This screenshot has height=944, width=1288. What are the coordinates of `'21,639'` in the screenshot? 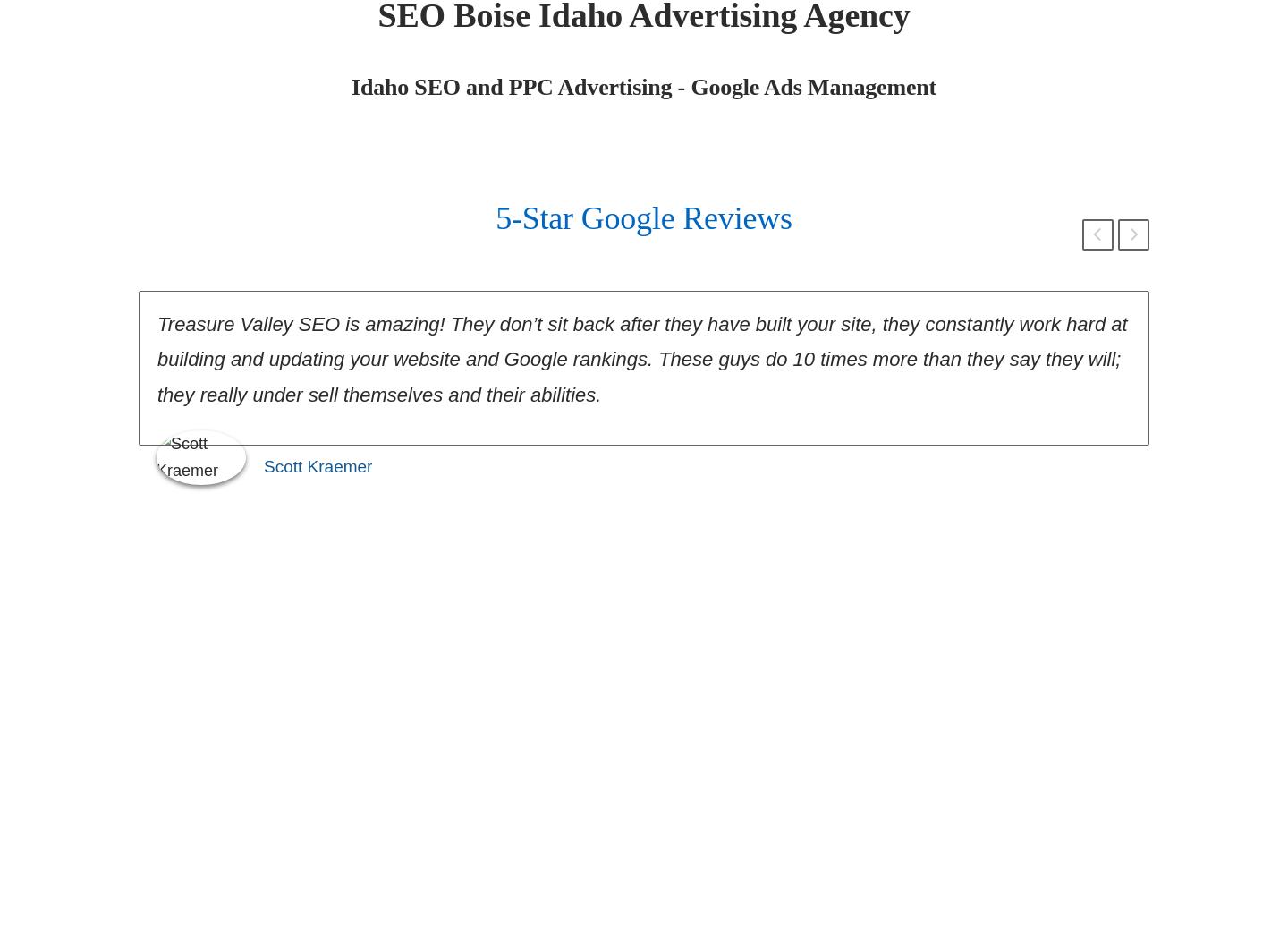 It's located at (585, 862).